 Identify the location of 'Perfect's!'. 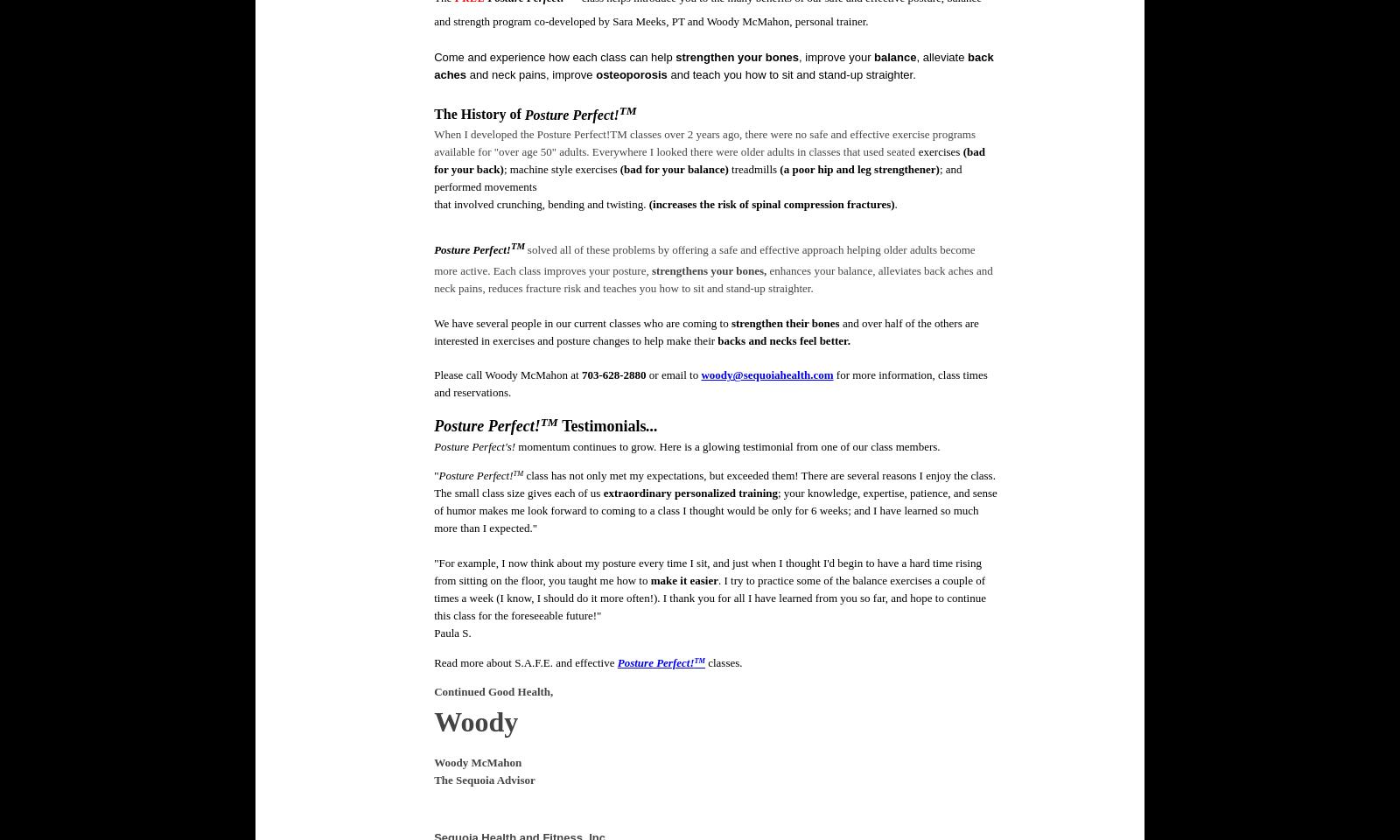
(493, 445).